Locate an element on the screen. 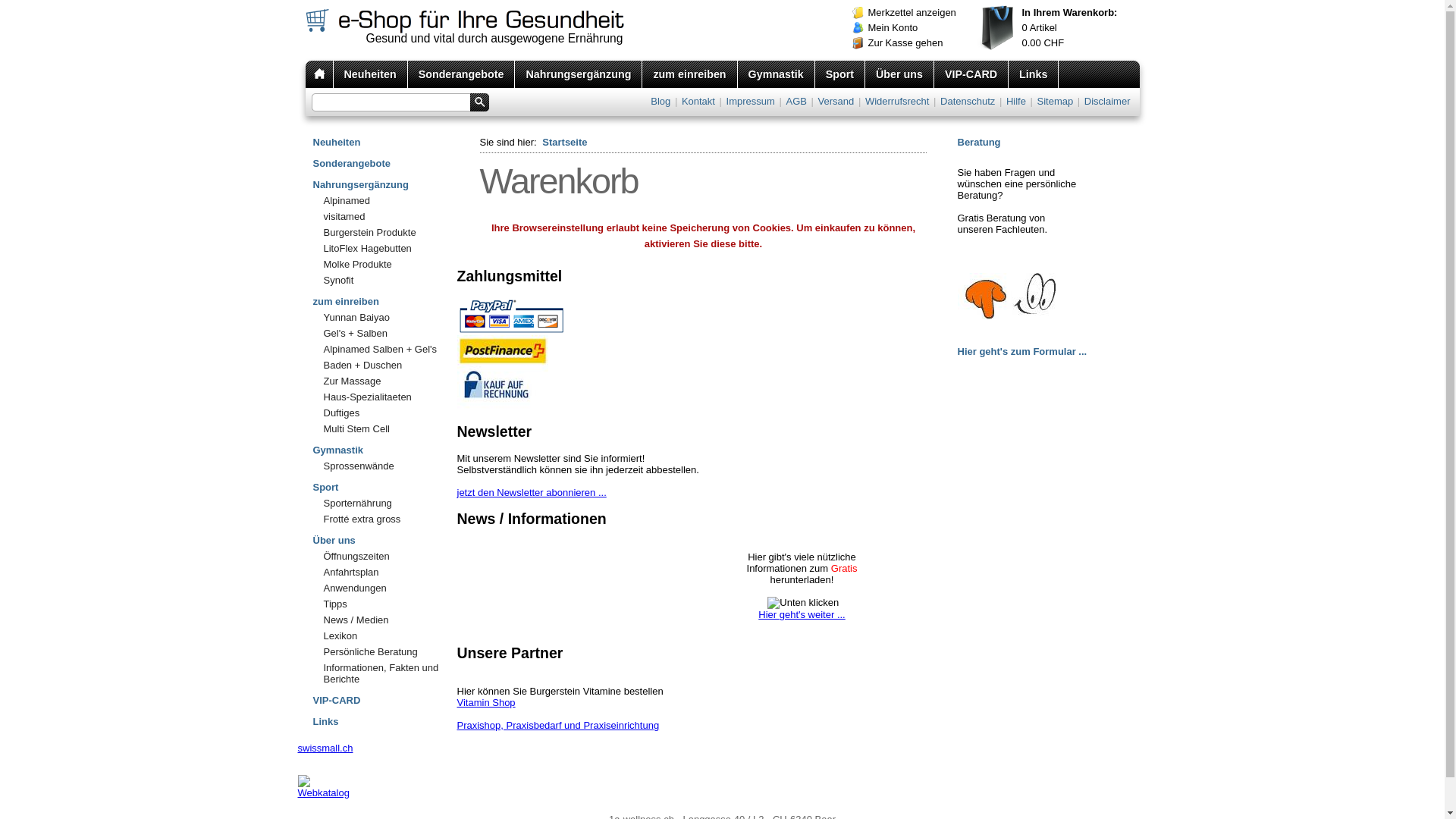 Image resolution: width=1456 pixels, height=819 pixels. 'Sitemap' is located at coordinates (1035, 101).